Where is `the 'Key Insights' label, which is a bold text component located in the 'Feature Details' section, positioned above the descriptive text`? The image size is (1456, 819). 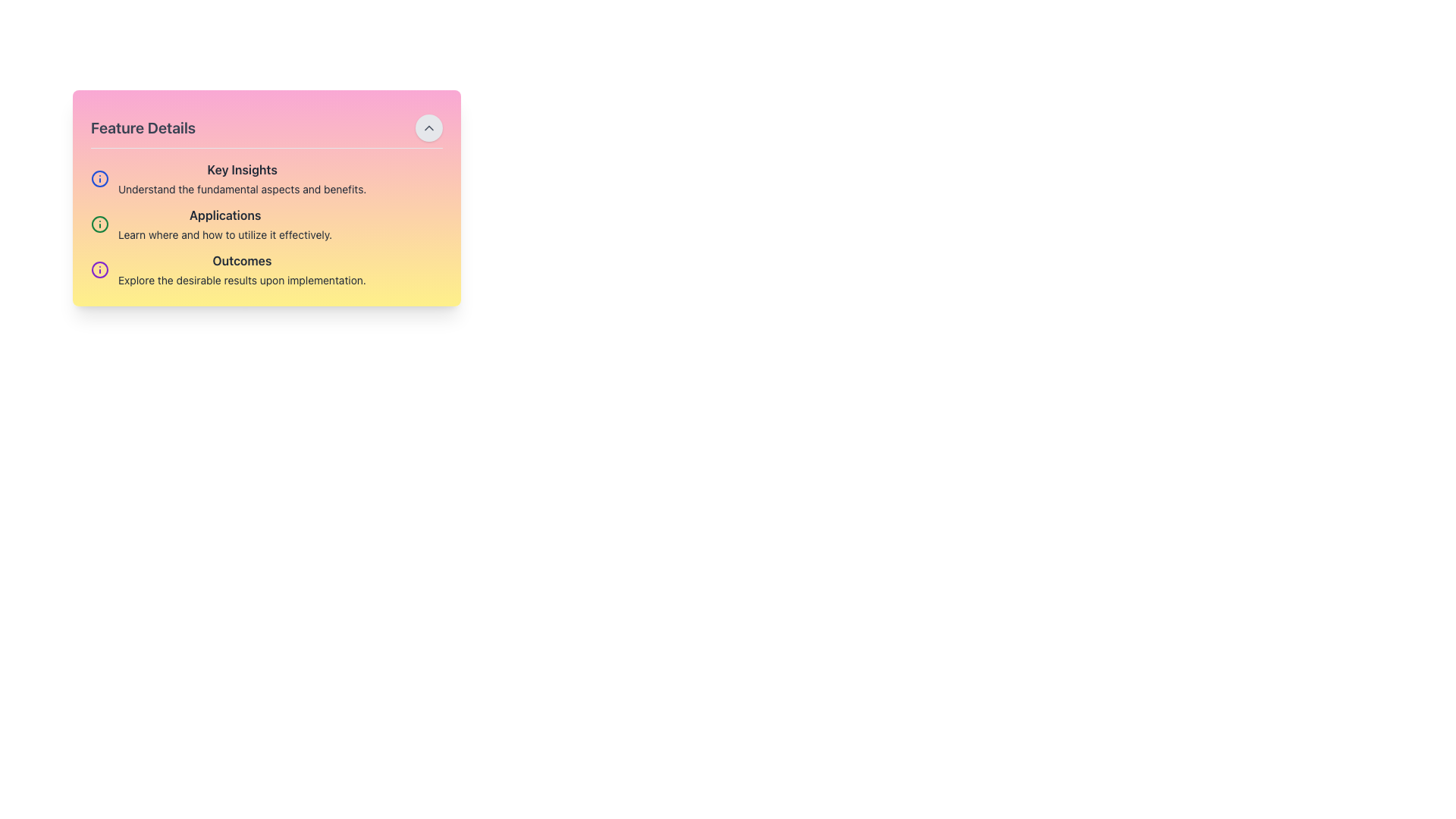 the 'Key Insights' label, which is a bold text component located in the 'Feature Details' section, positioned above the descriptive text is located at coordinates (241, 169).